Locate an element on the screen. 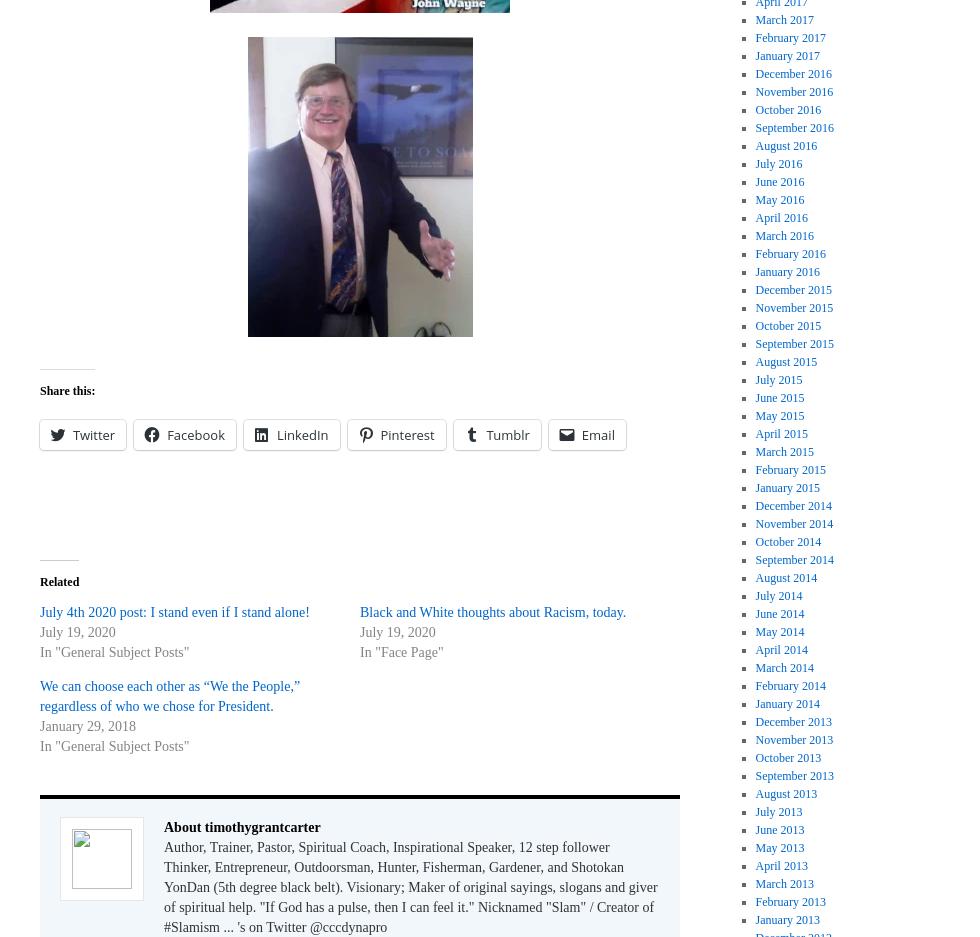 The width and height of the screenshot is (980, 937). 'May 2016' is located at coordinates (779, 199).